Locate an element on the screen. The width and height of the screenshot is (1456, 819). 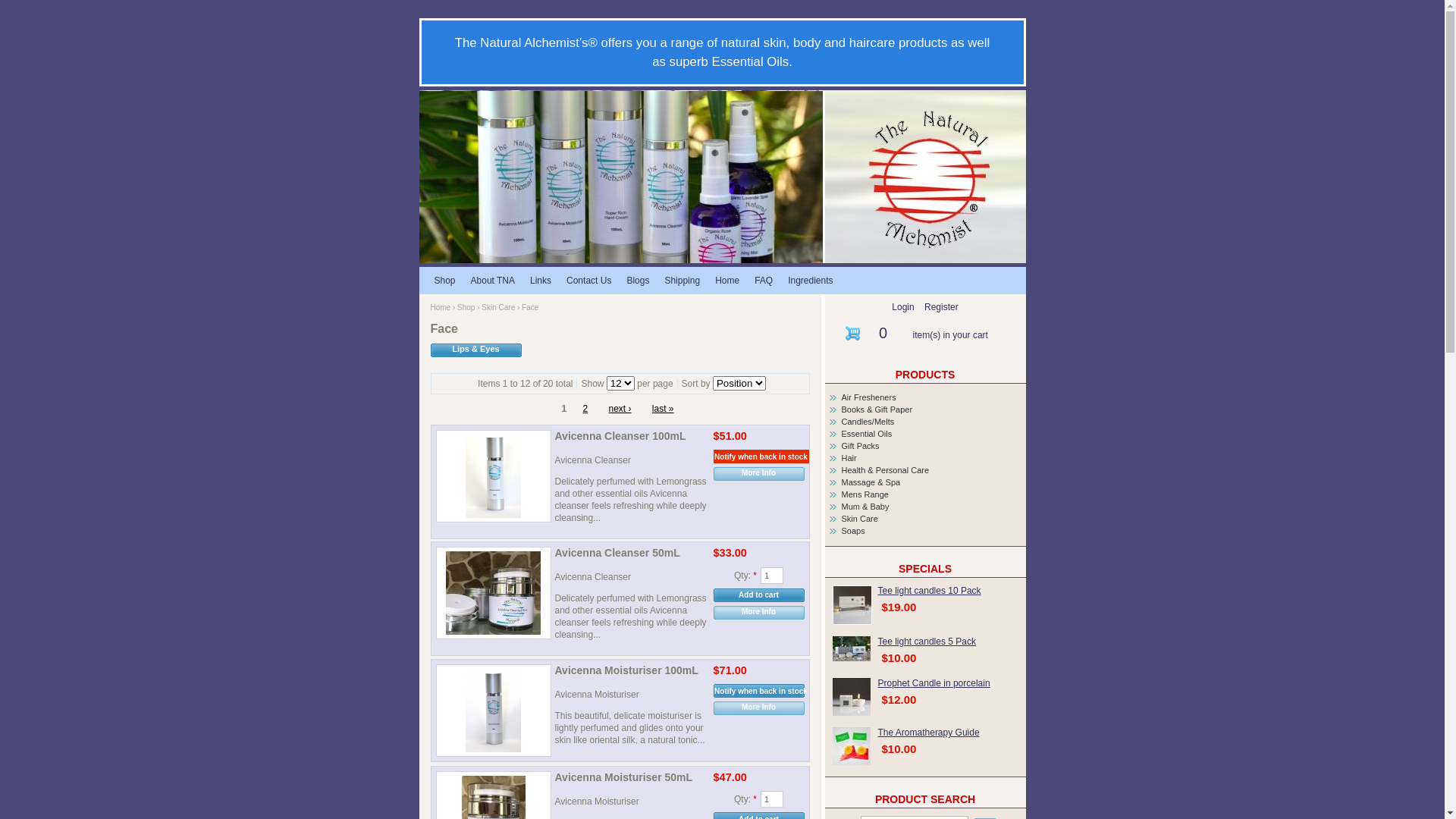
'Login' is located at coordinates (902, 307).